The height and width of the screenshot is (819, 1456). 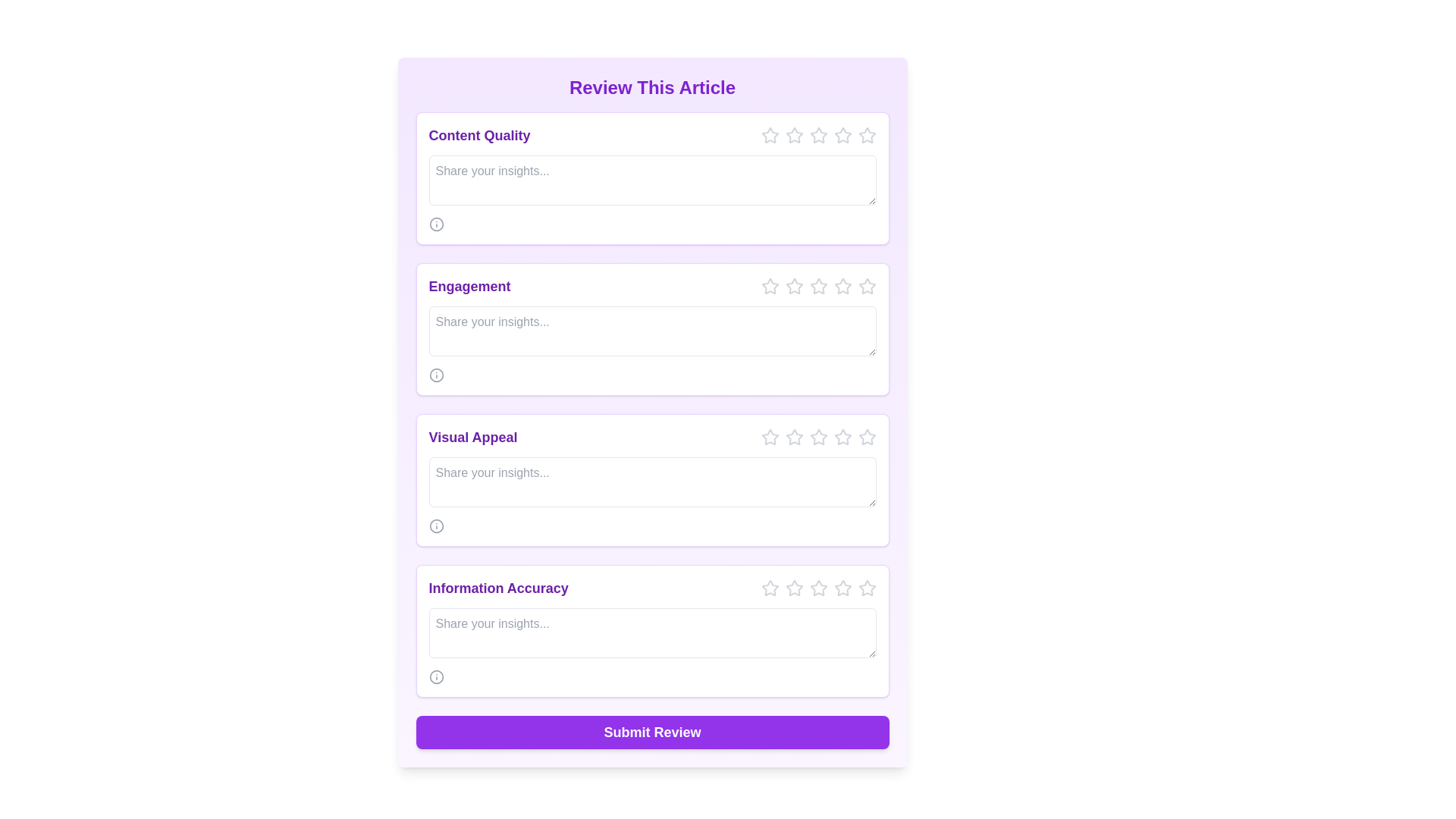 I want to click on the fourth star-shaped rating icon in the 'Visual Appeal' section, so click(x=817, y=438).